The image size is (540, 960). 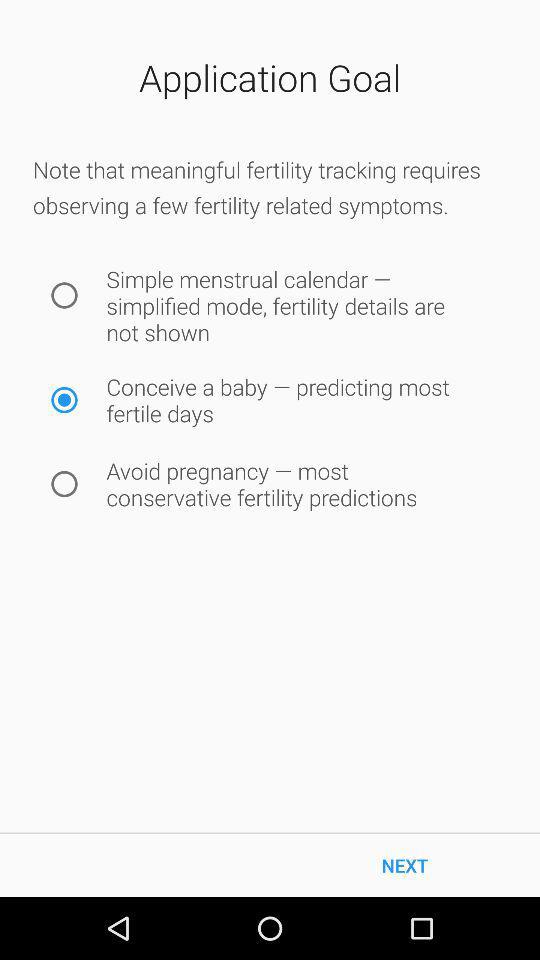 I want to click on simplifed menstraul calendar, so click(x=64, y=294).